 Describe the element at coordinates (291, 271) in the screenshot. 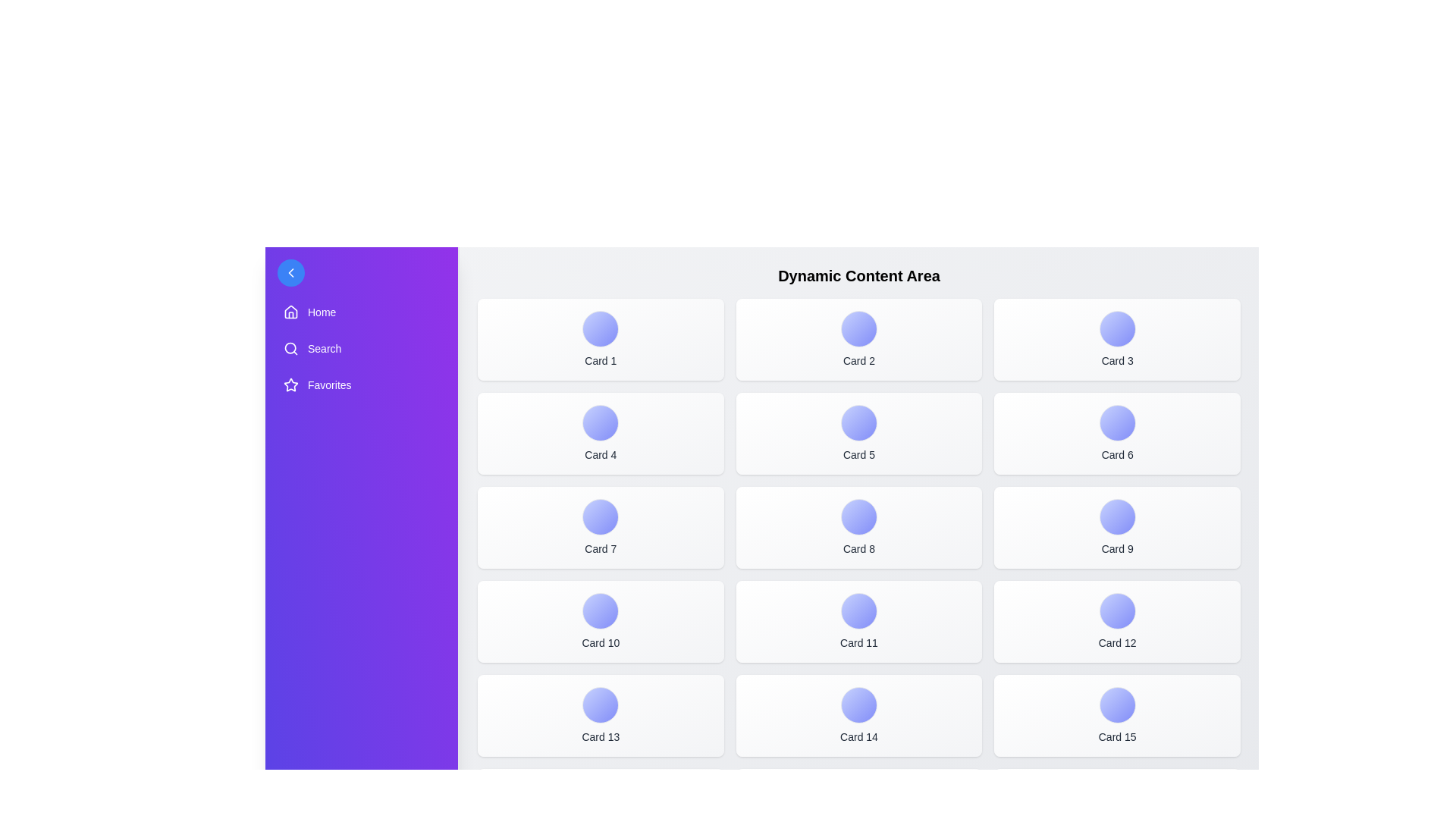

I see `toggle button in the sidebar to change its state` at that location.